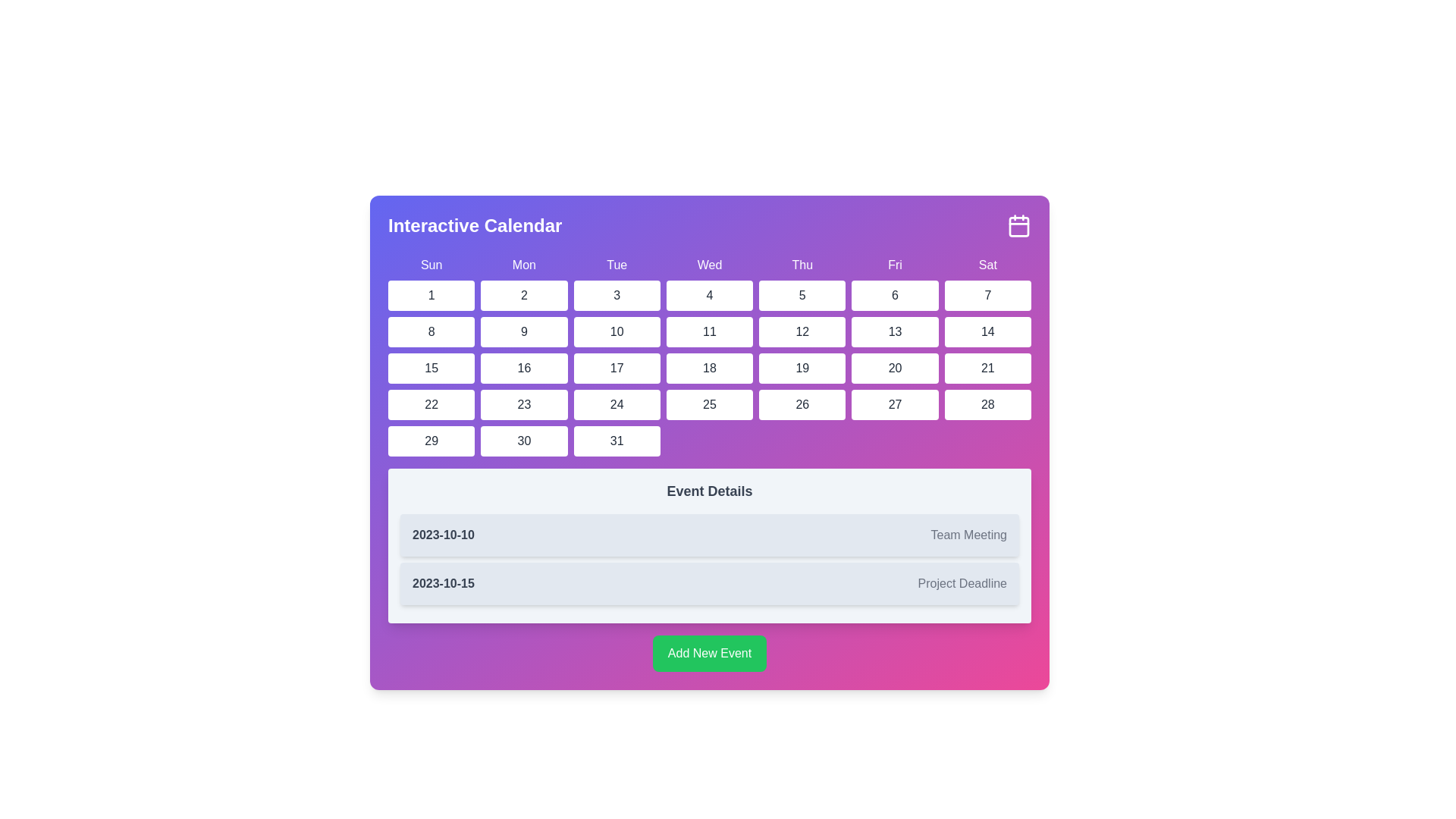  What do you see at coordinates (524, 369) in the screenshot?
I see `the button that allows users to select the day '16' in the interactive calendar located in the fourth row and second column corresponding to Monday` at bounding box center [524, 369].